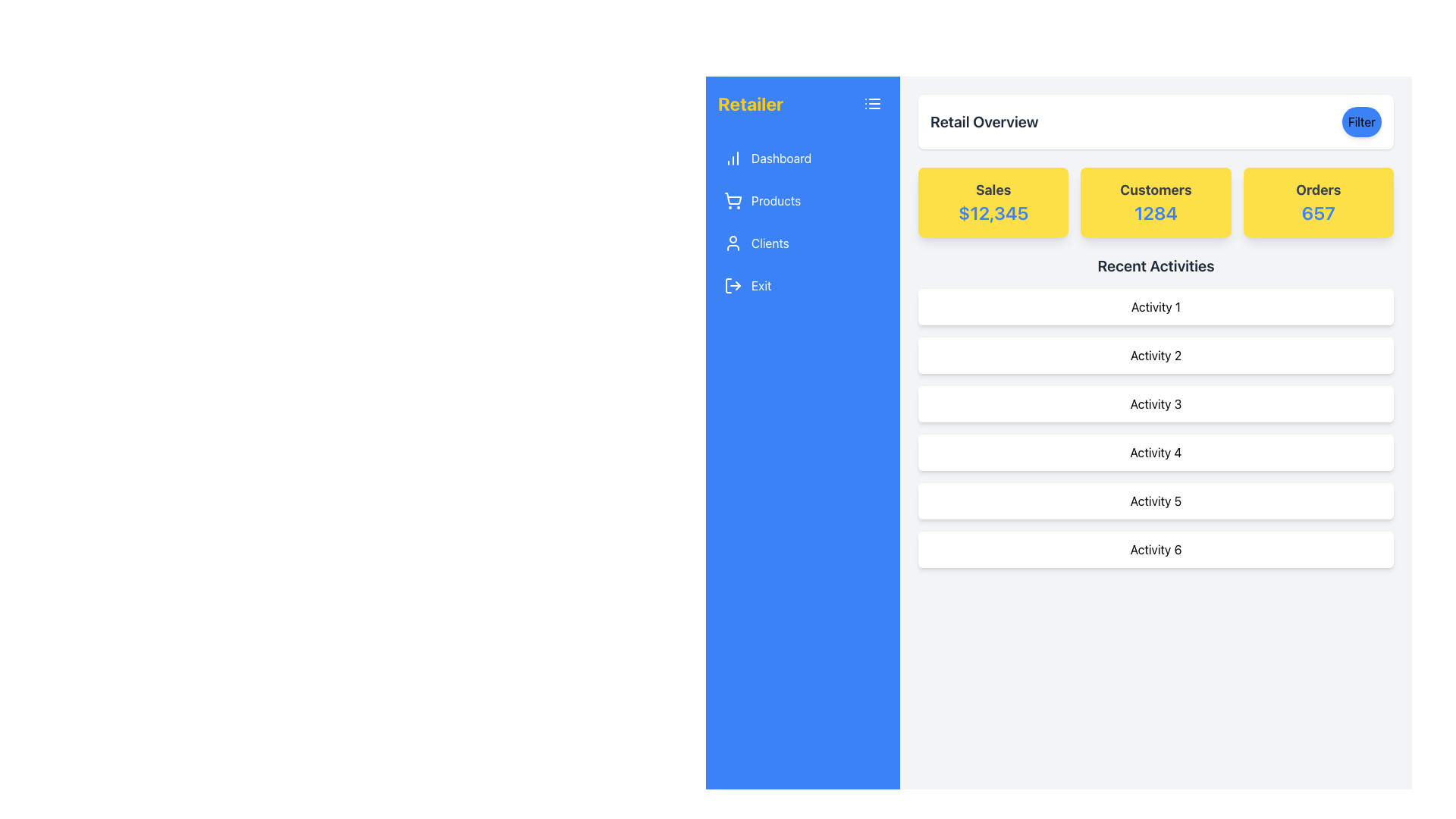 The image size is (1456, 819). What do you see at coordinates (802, 200) in the screenshot?
I see `the 'Products' button in the vertical menu` at bounding box center [802, 200].